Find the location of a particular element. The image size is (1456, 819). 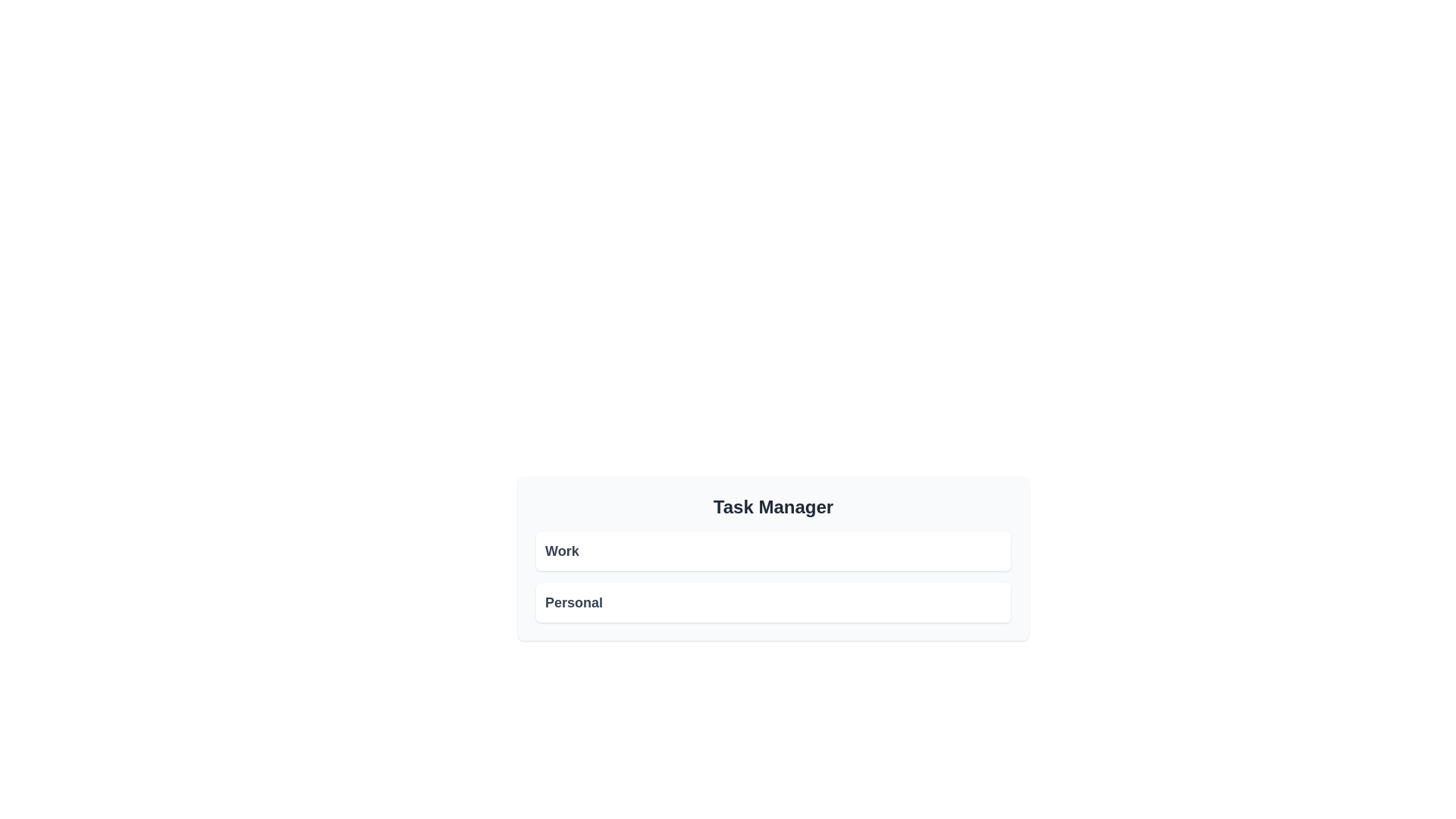

text label indicating the category 'Work' located in the top section of the card layout under 'Task Manager' is located at coordinates (561, 551).